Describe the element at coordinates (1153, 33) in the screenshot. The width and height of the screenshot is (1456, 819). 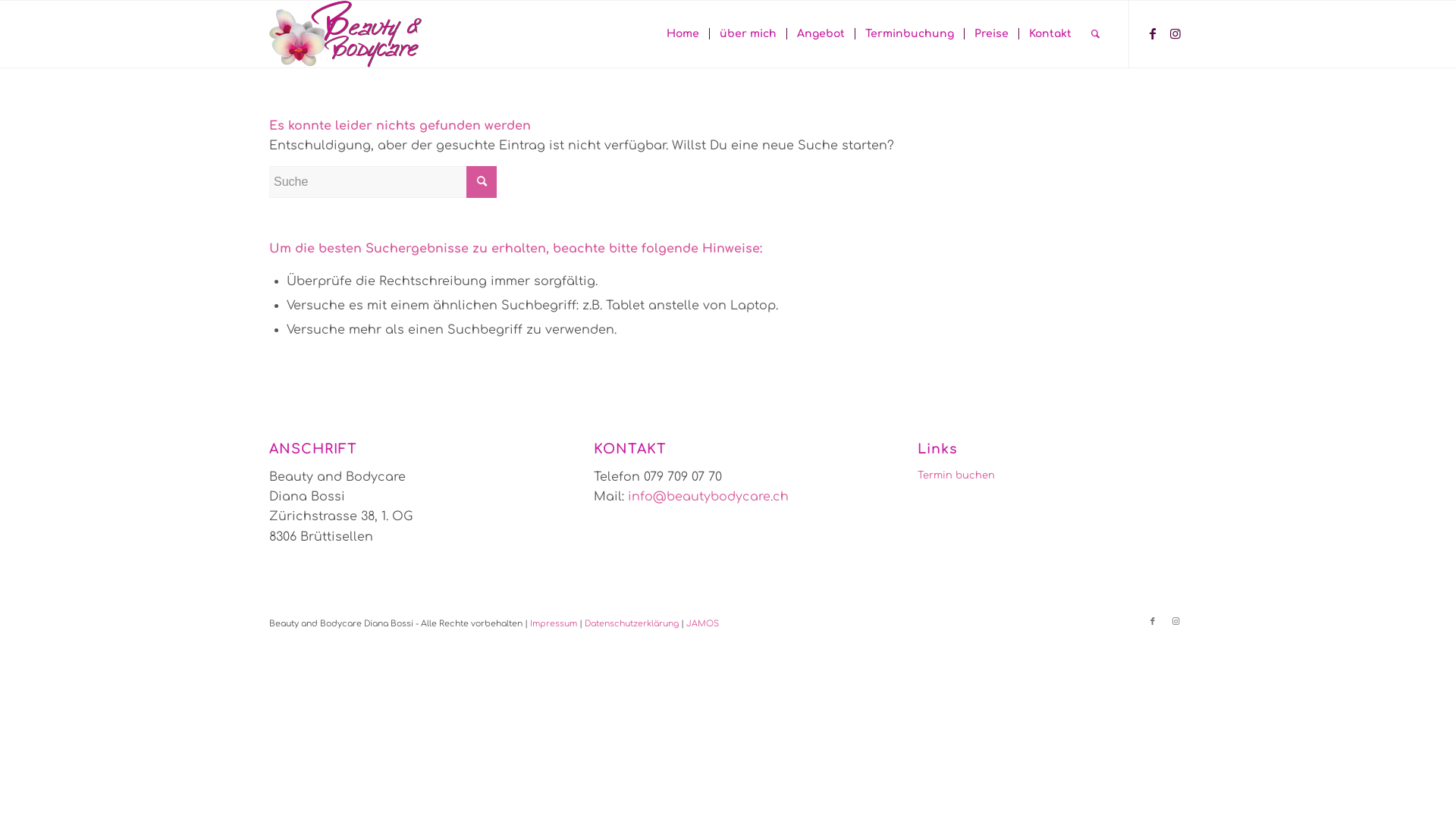
I see `'Facebook'` at that location.